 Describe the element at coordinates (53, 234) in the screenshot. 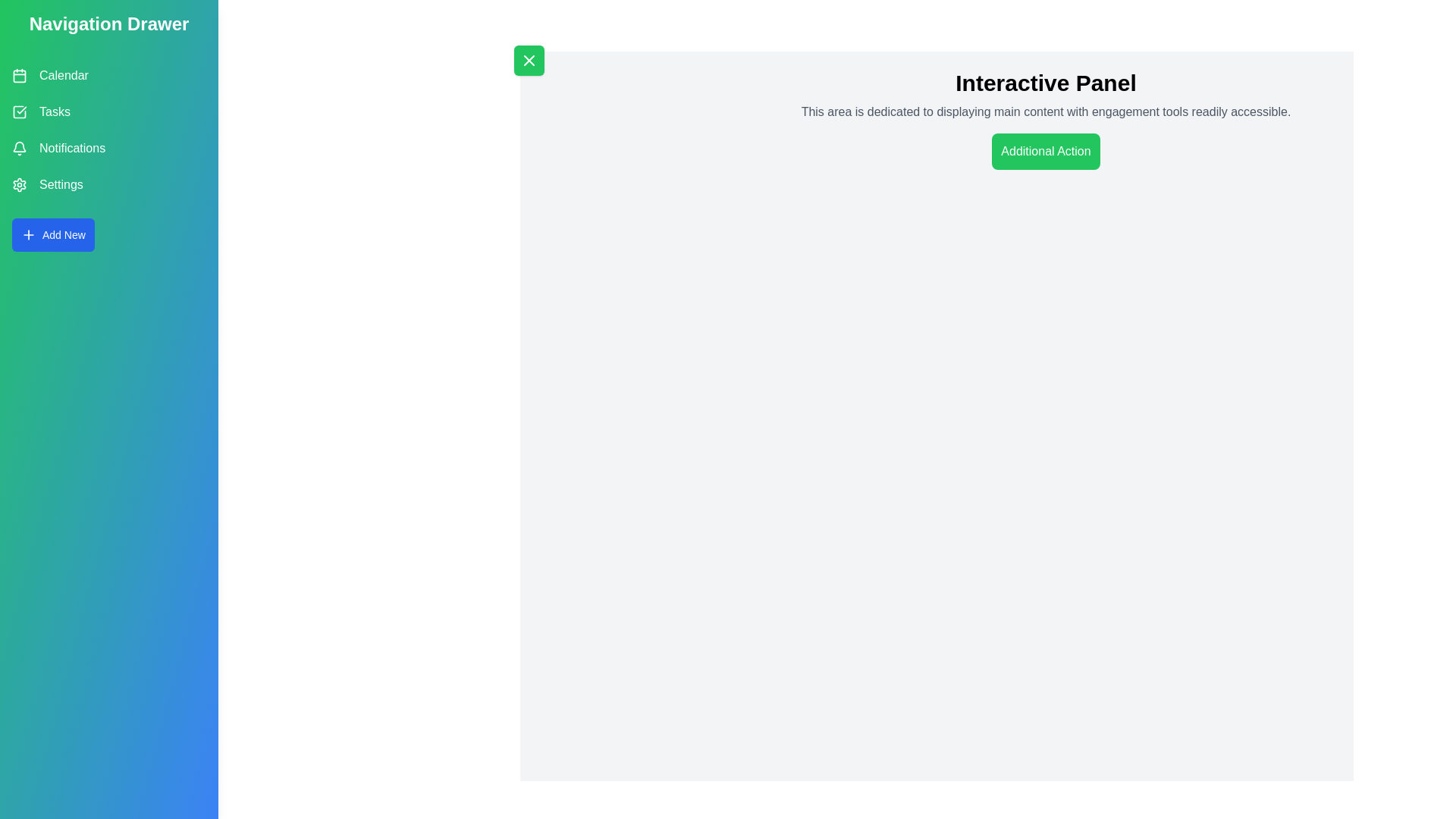

I see `the 'Add New' button, which is a rectangular button with rounded borders, blue background, and white text, located in the left navigation drawer below other options` at that location.